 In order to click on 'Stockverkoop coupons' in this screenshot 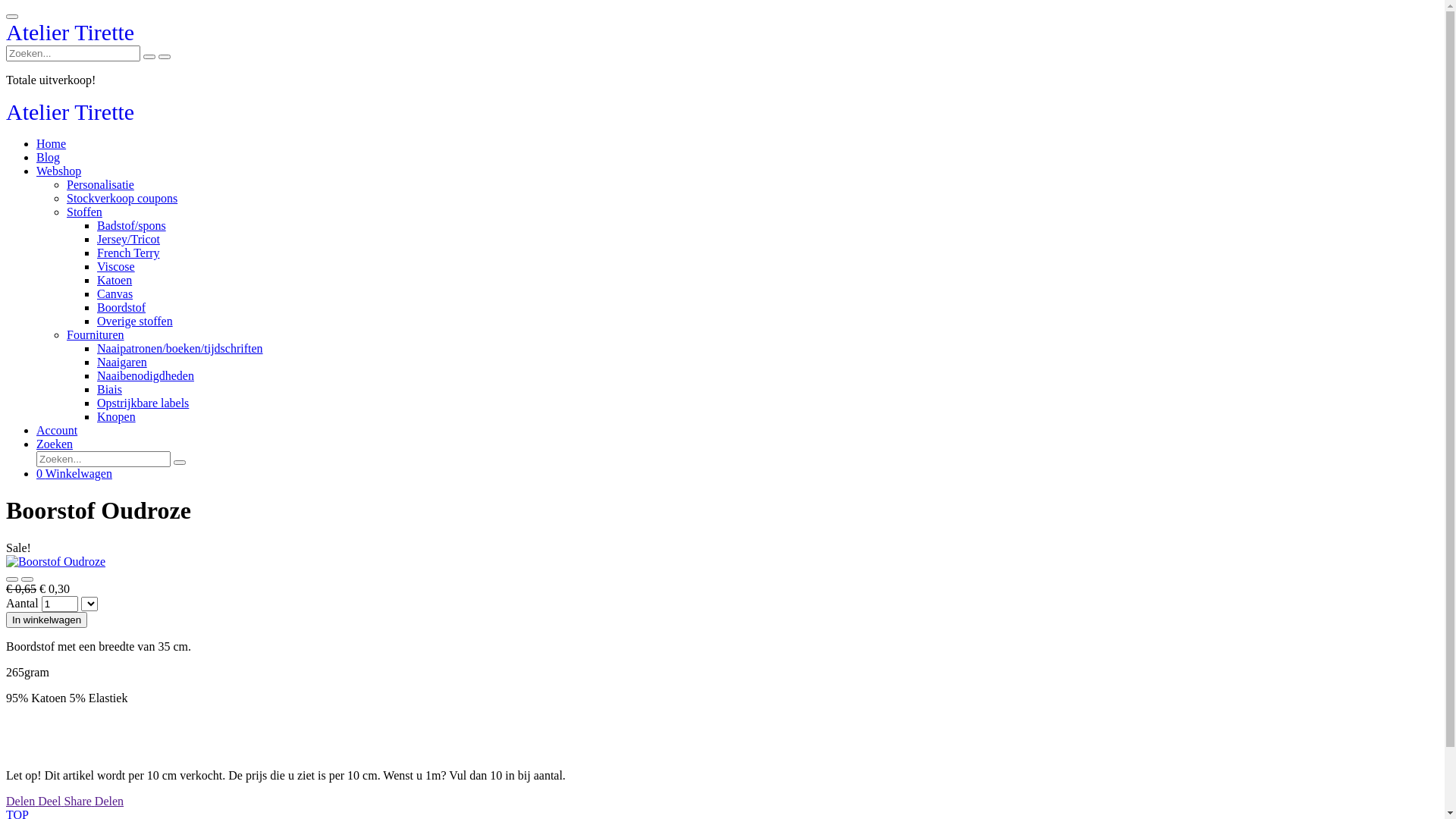, I will do `click(122, 197)`.